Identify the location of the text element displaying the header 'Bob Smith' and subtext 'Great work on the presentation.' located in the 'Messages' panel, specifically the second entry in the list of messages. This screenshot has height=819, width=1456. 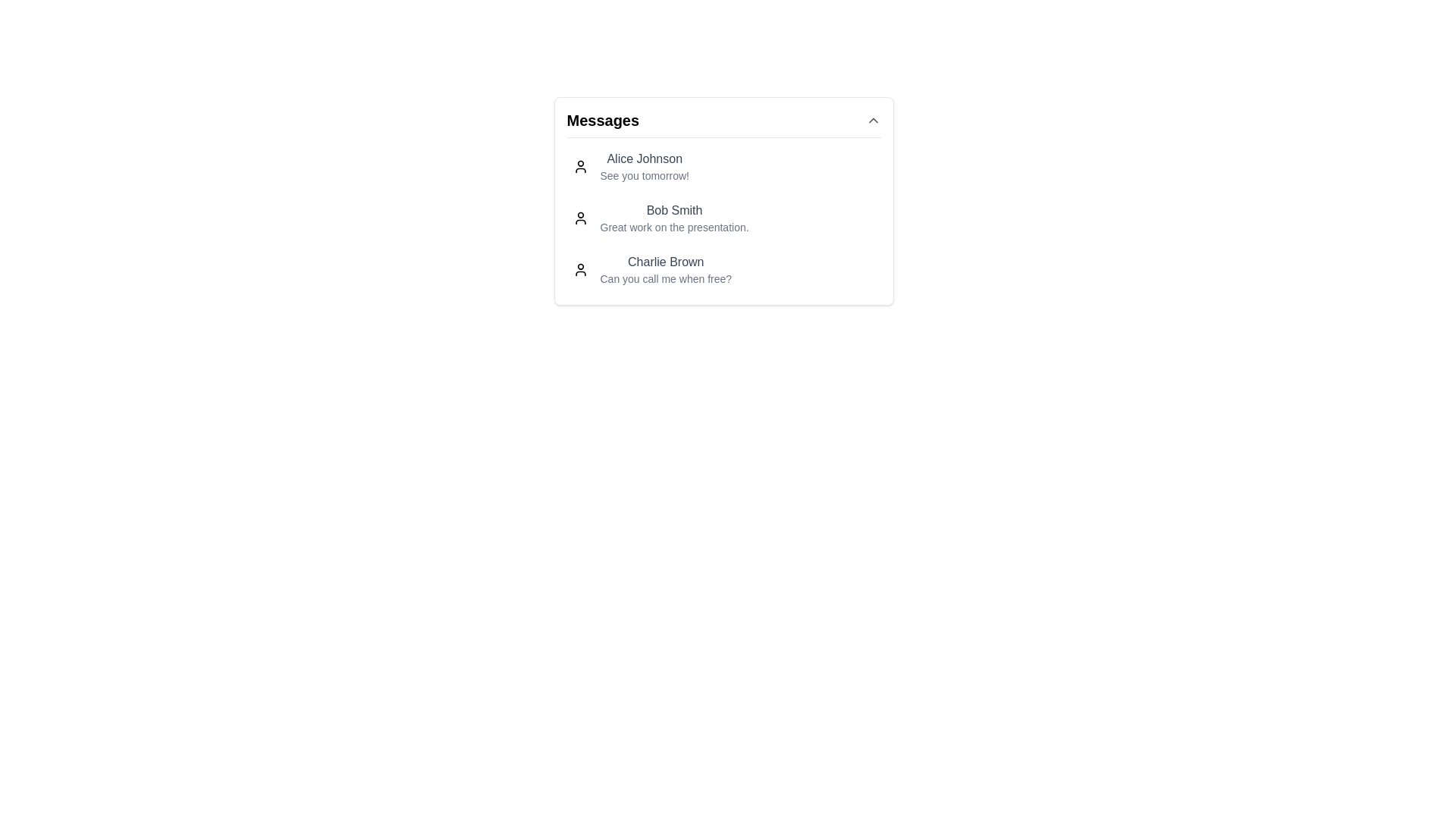
(673, 218).